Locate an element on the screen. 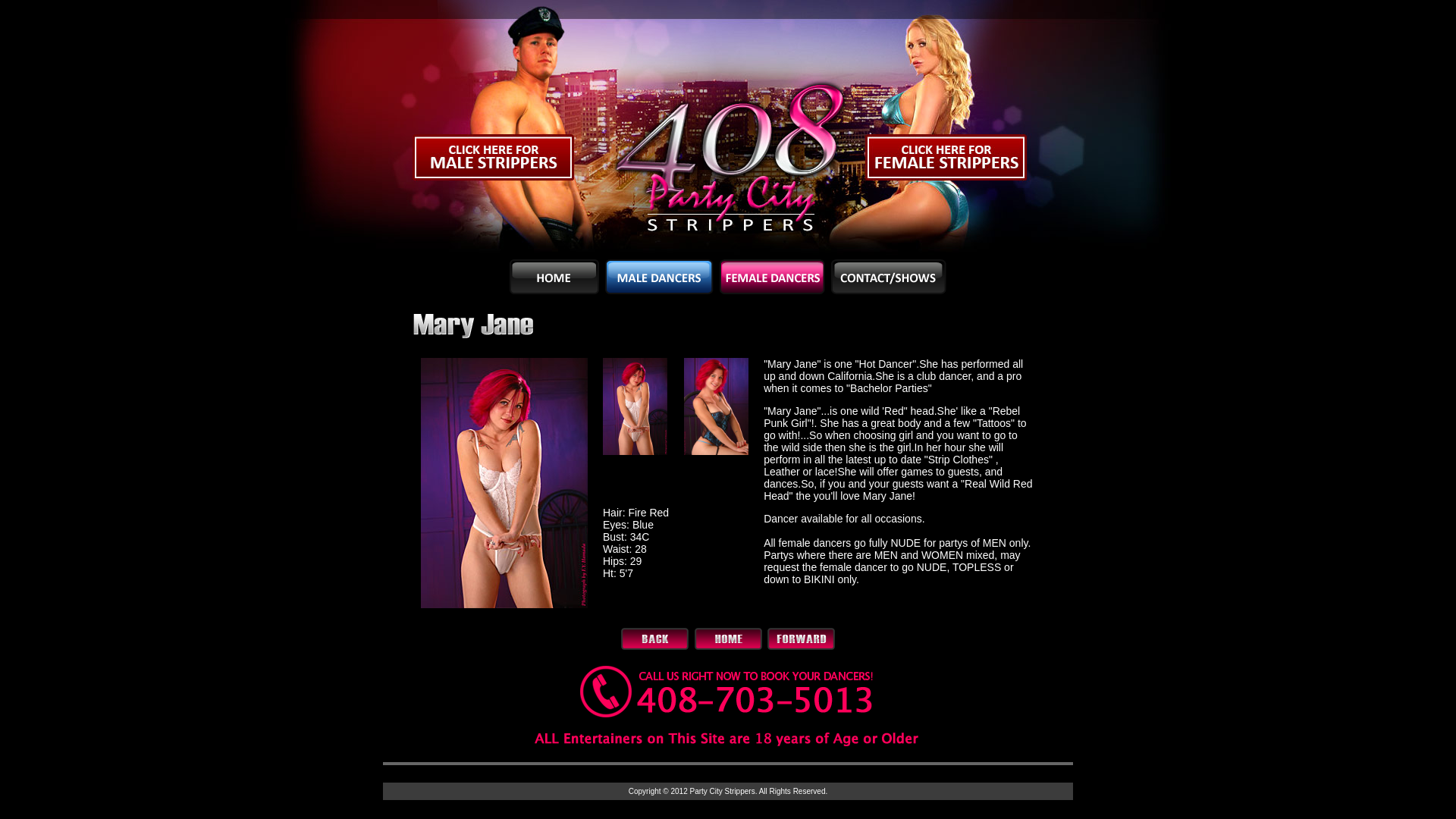 The width and height of the screenshot is (1456, 819). 'Party City Strippers, Exotic Dancers, Bay Area Strippers' is located at coordinates (728, 128).